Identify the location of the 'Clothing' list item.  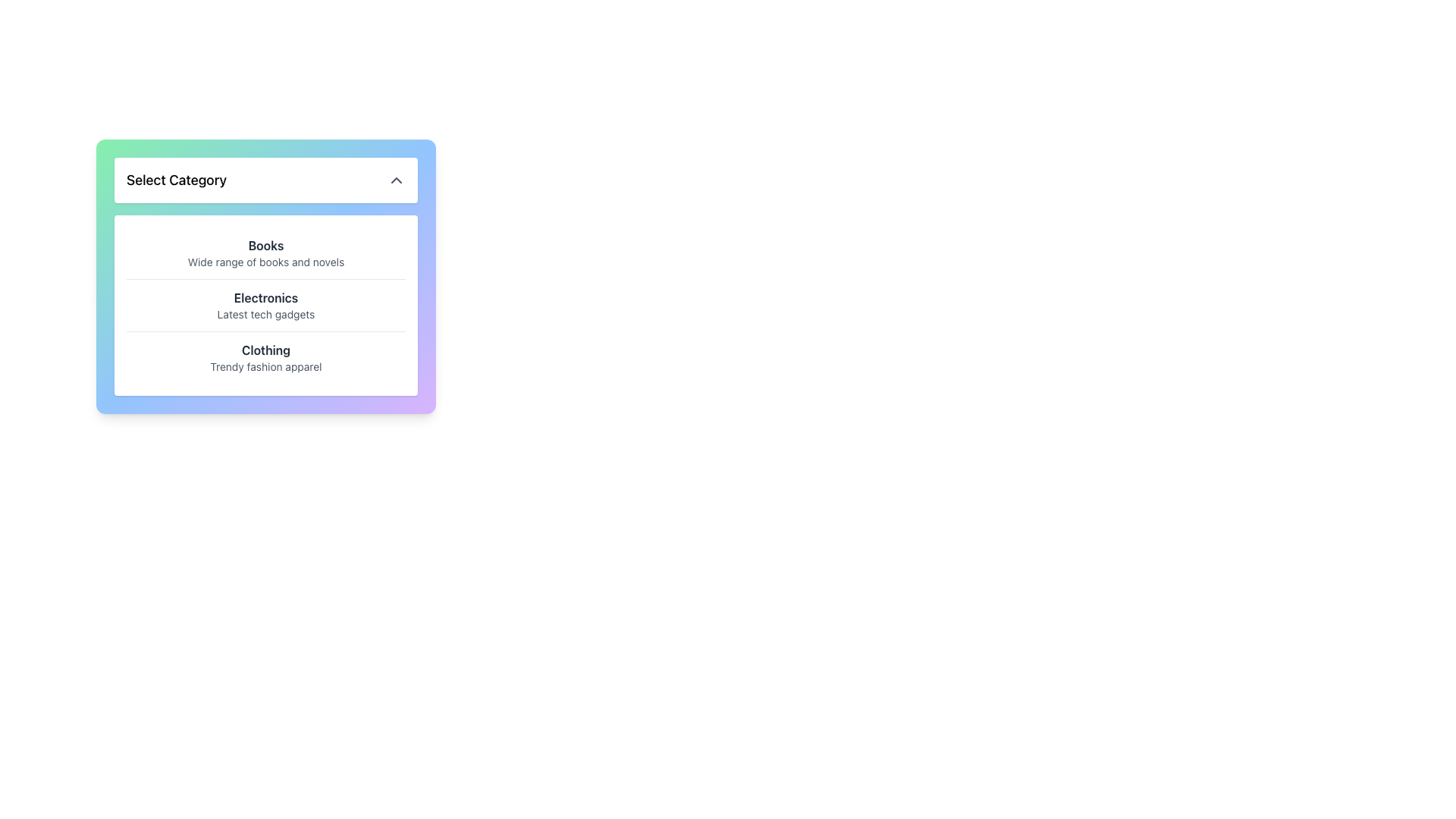
(265, 357).